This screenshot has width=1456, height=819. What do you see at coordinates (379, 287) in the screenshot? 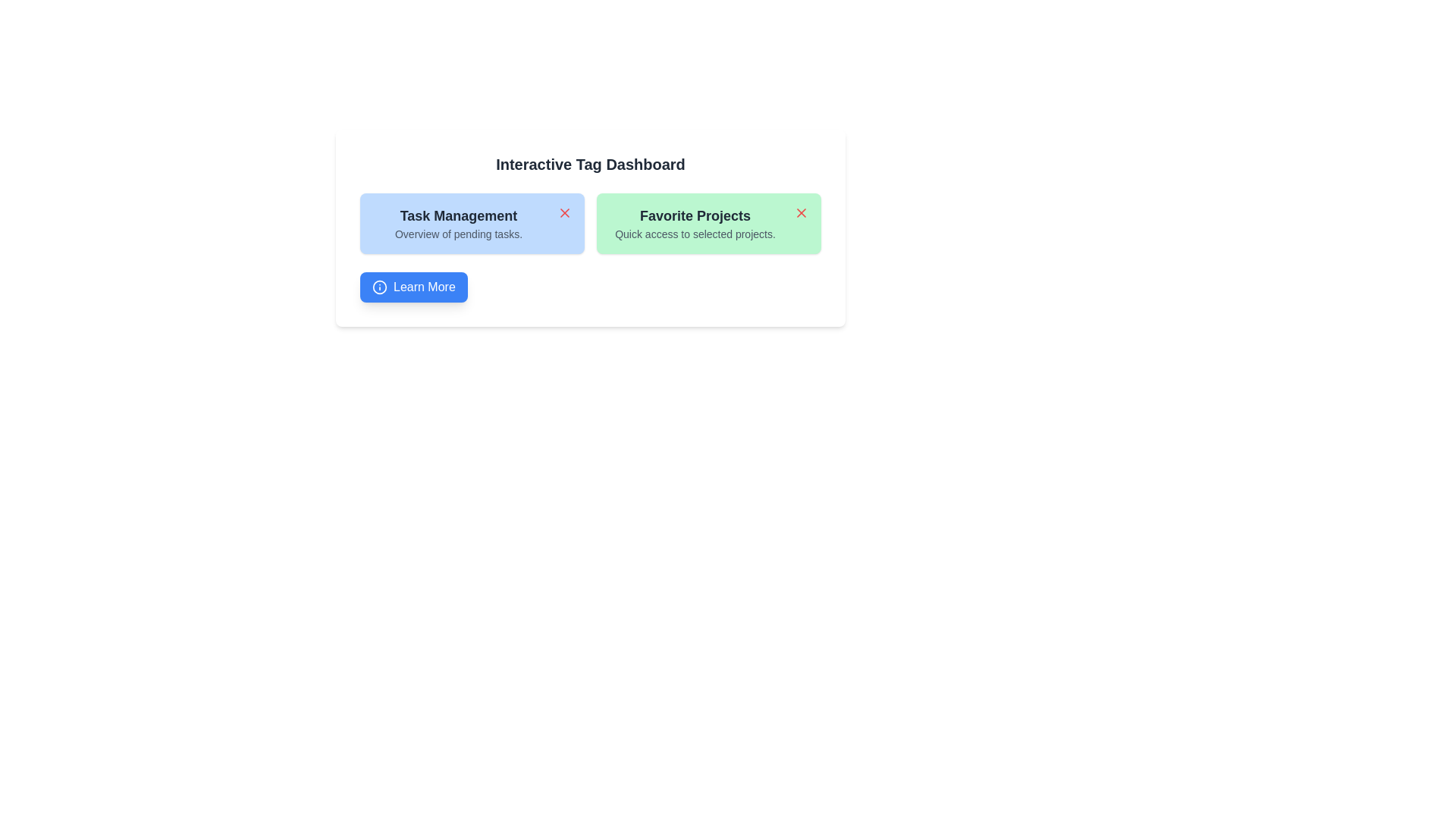
I see `the informational icon located to the left of the 'Learn More' text within the button component beneath the 'Task Management' card` at bounding box center [379, 287].